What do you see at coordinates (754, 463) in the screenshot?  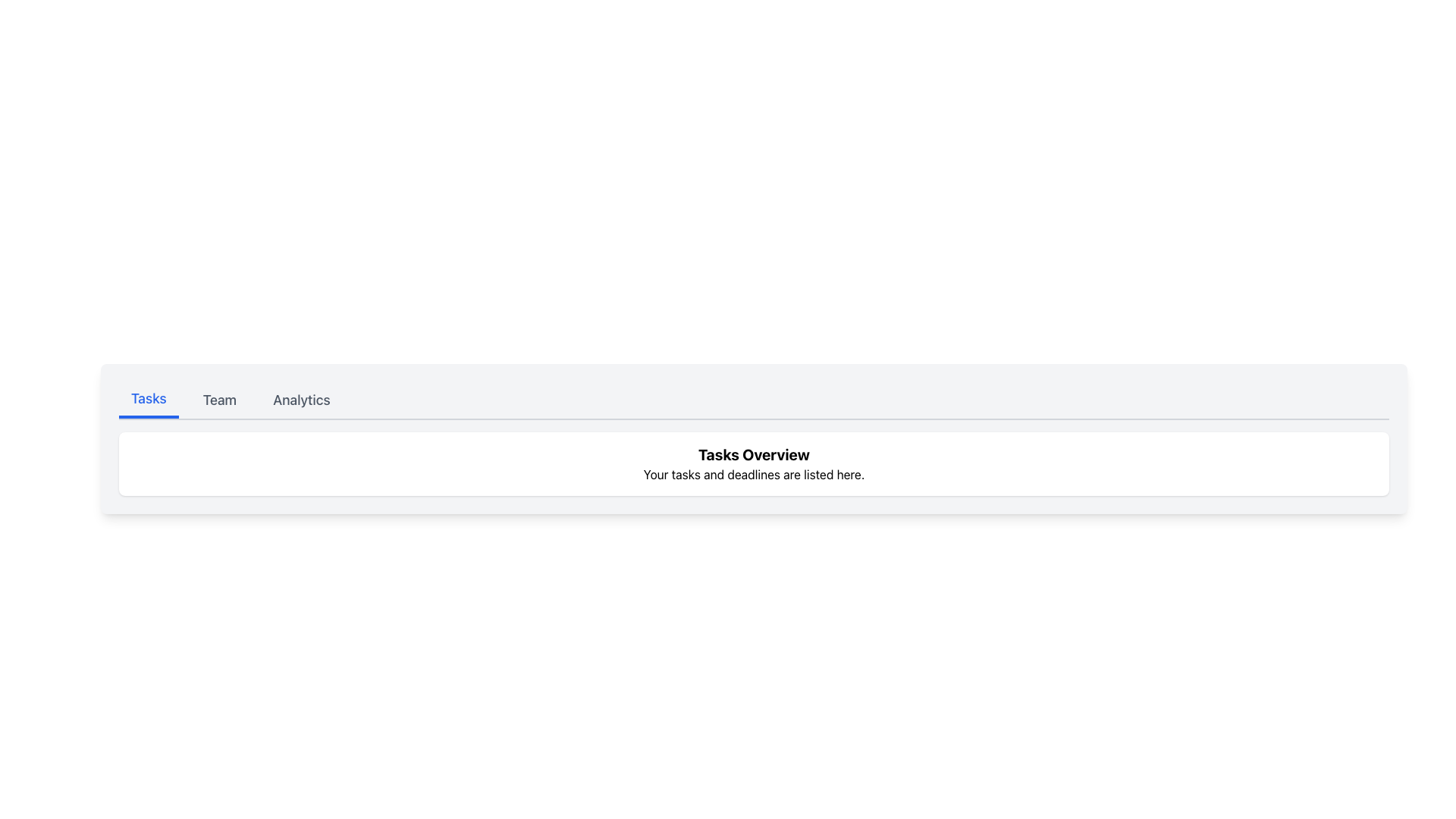 I see `the informational text block that summarizes the section's functionality, indicating it displays tasks and deadlines` at bounding box center [754, 463].